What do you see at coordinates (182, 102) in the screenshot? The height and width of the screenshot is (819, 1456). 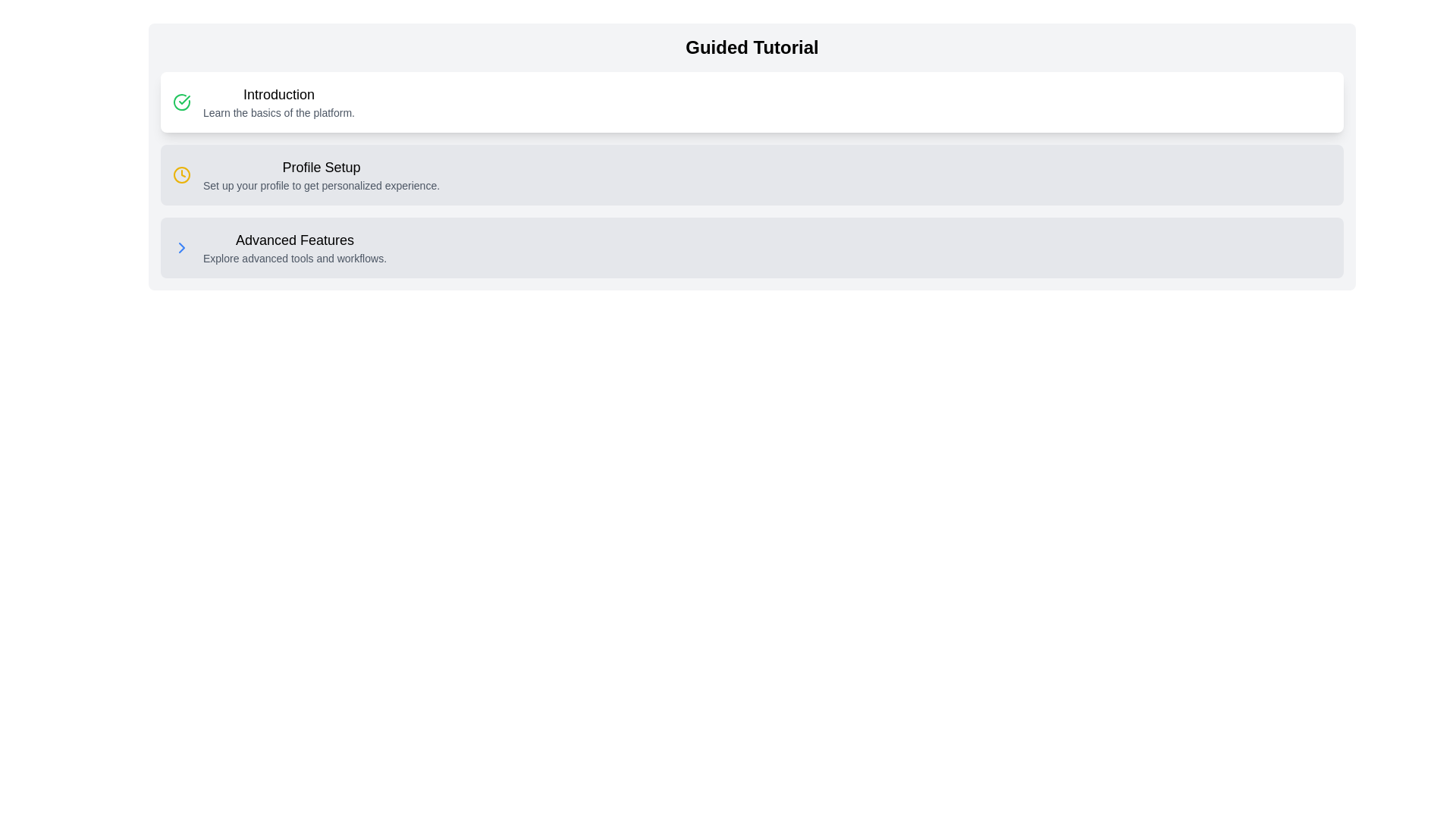 I see `the left-most icon in the Guided Tutorial UI that indicates successful completion of the 'Introduction' section` at bounding box center [182, 102].